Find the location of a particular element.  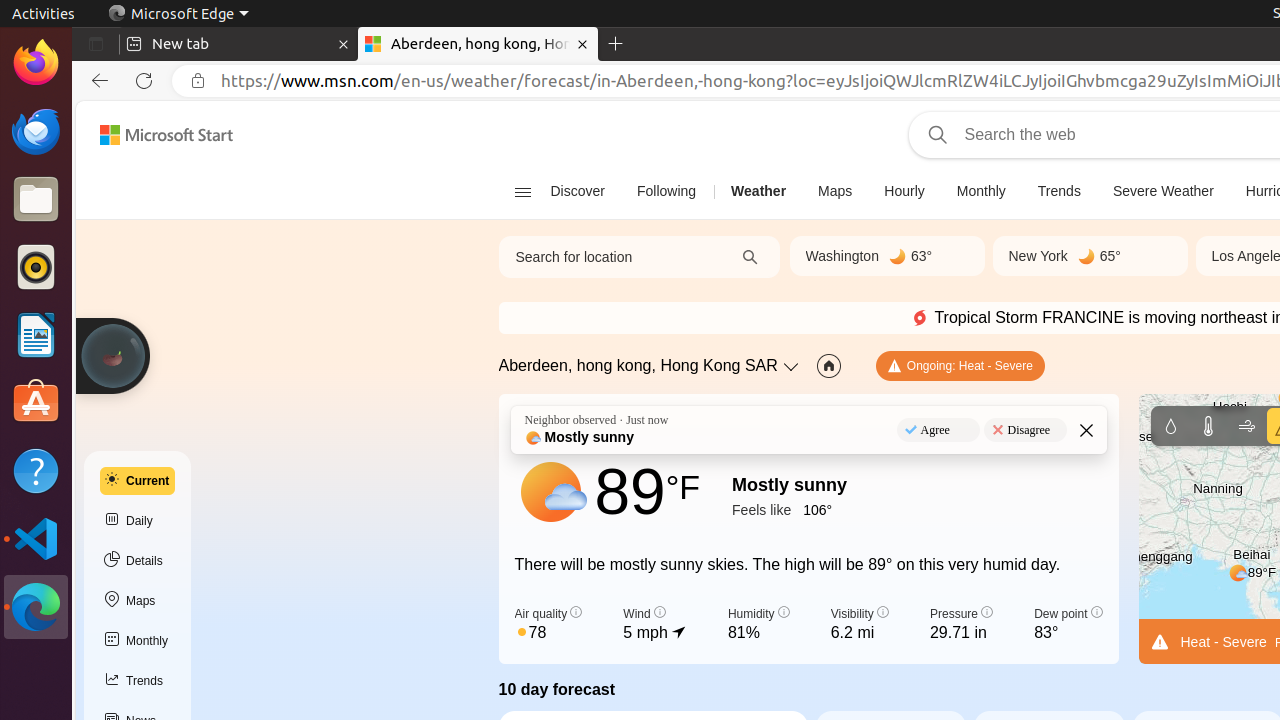

'Ubuntu Software' is located at coordinates (35, 403).